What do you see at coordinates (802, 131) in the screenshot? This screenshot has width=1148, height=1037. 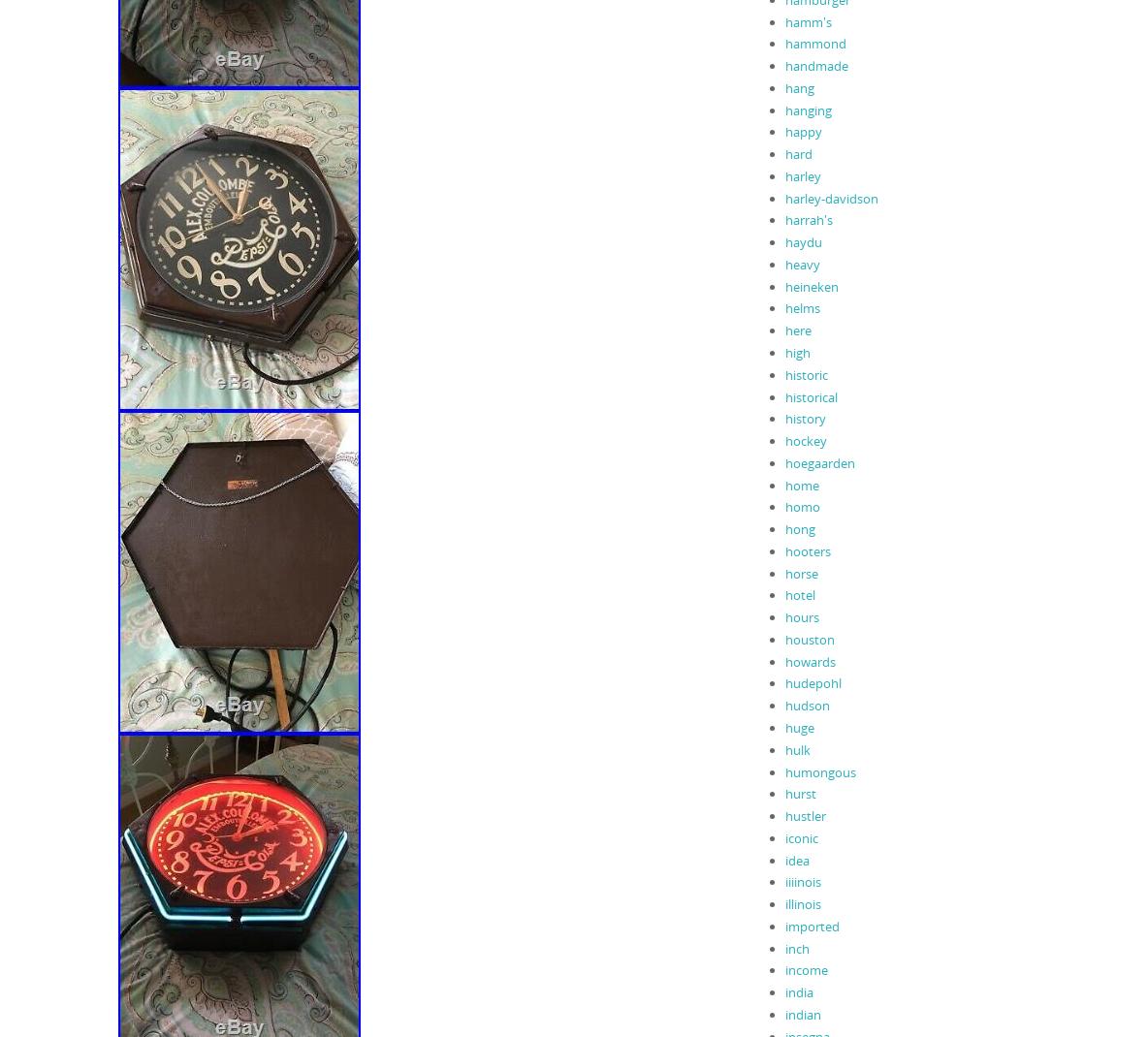 I see `'happy'` at bounding box center [802, 131].